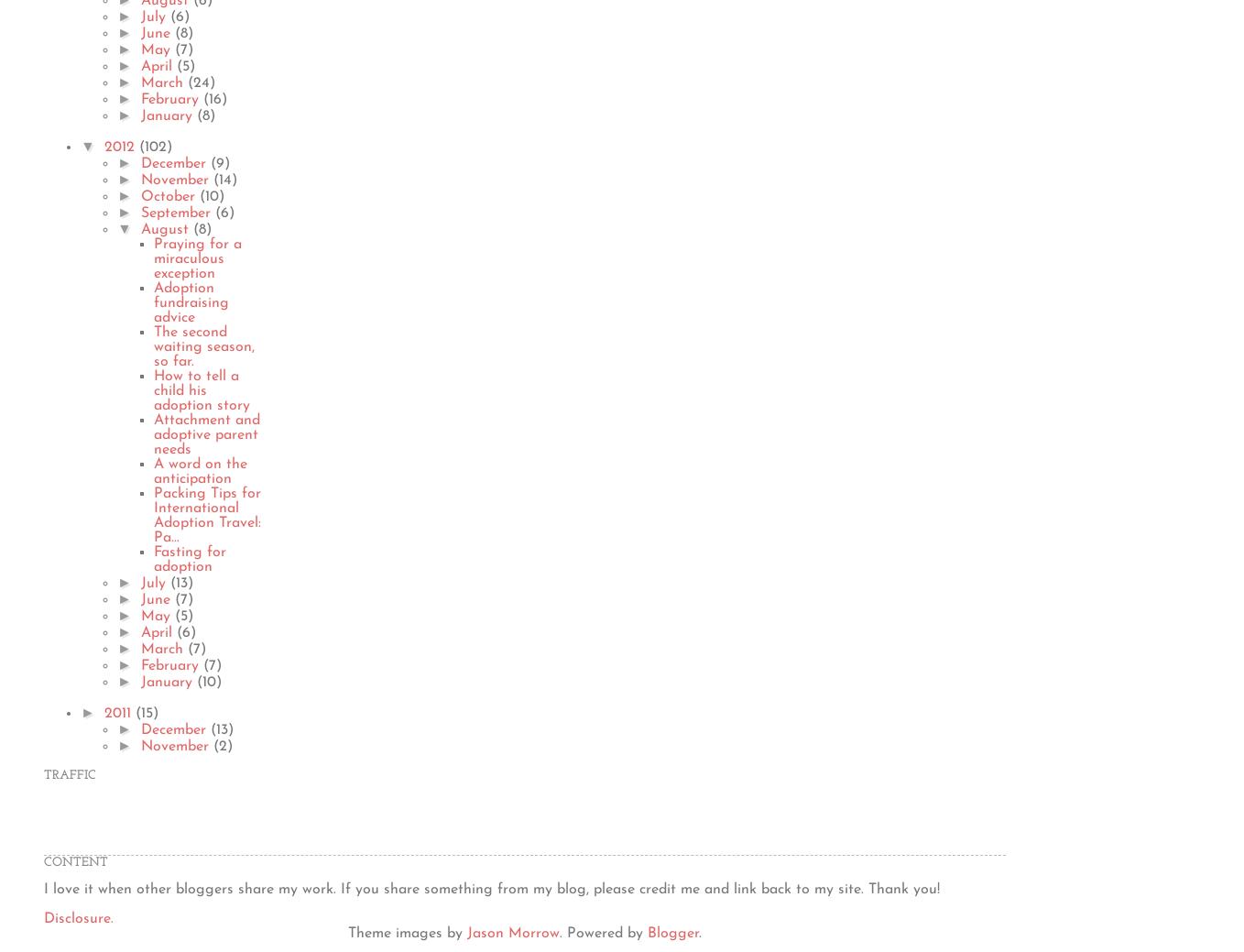 This screenshot has width=1244, height=952. What do you see at coordinates (466, 933) in the screenshot?
I see `'Jason Morrow'` at bounding box center [466, 933].